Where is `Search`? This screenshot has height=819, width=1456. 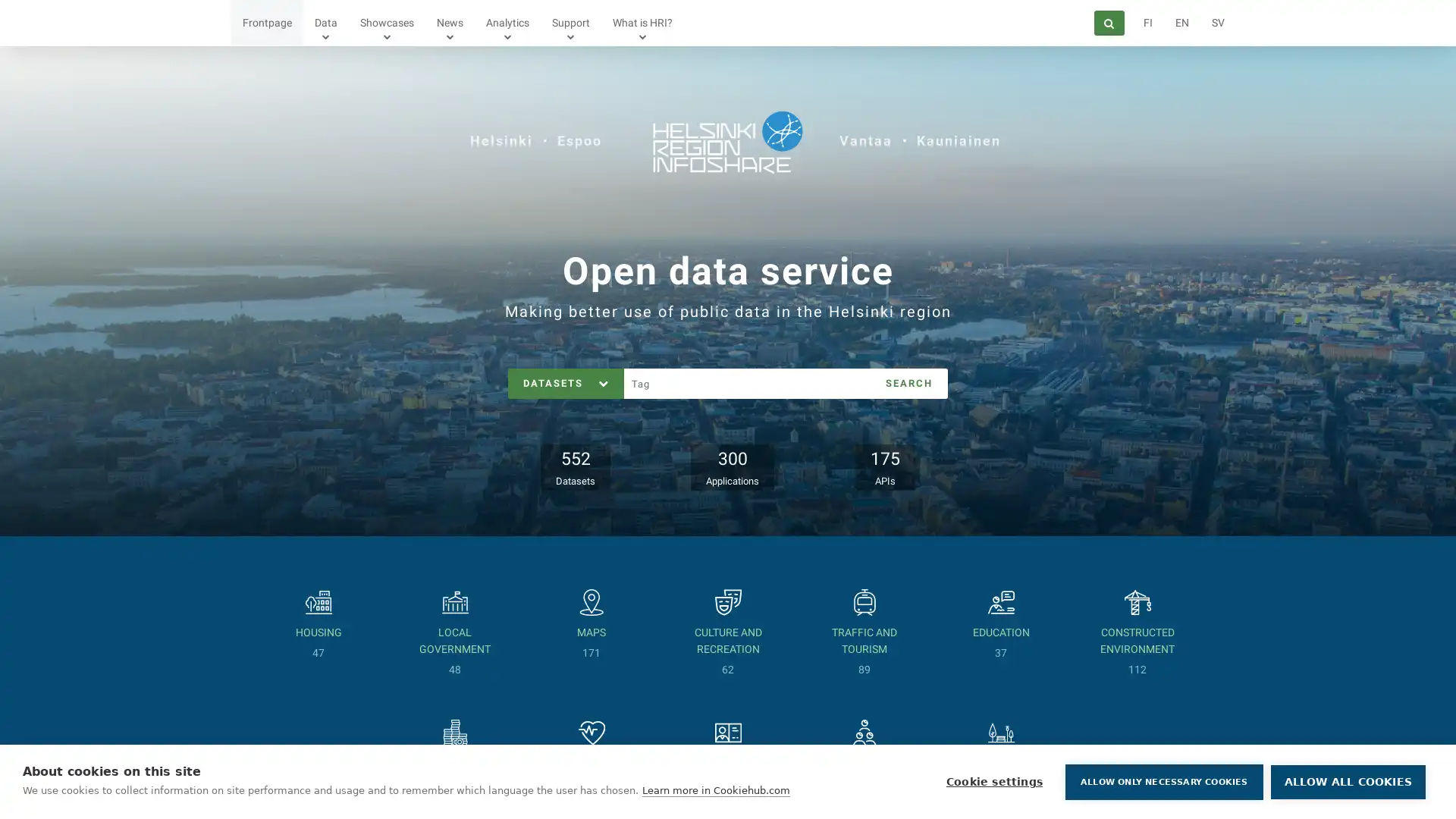
Search is located at coordinates (1109, 23).